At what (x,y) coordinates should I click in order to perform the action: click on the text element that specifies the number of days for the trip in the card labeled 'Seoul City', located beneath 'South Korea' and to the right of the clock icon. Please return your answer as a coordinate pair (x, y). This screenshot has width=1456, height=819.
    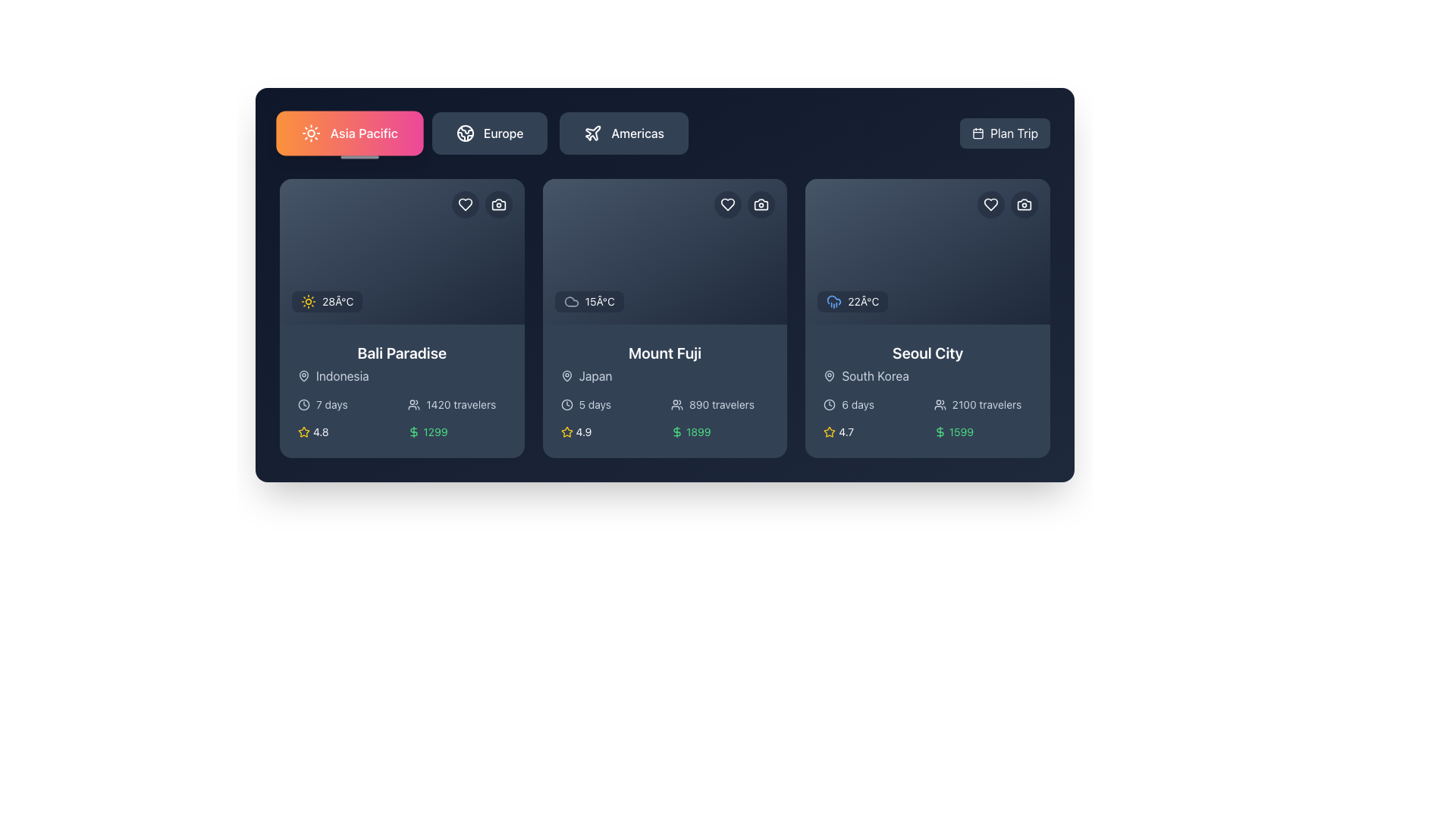
    Looking at the image, I should click on (858, 403).